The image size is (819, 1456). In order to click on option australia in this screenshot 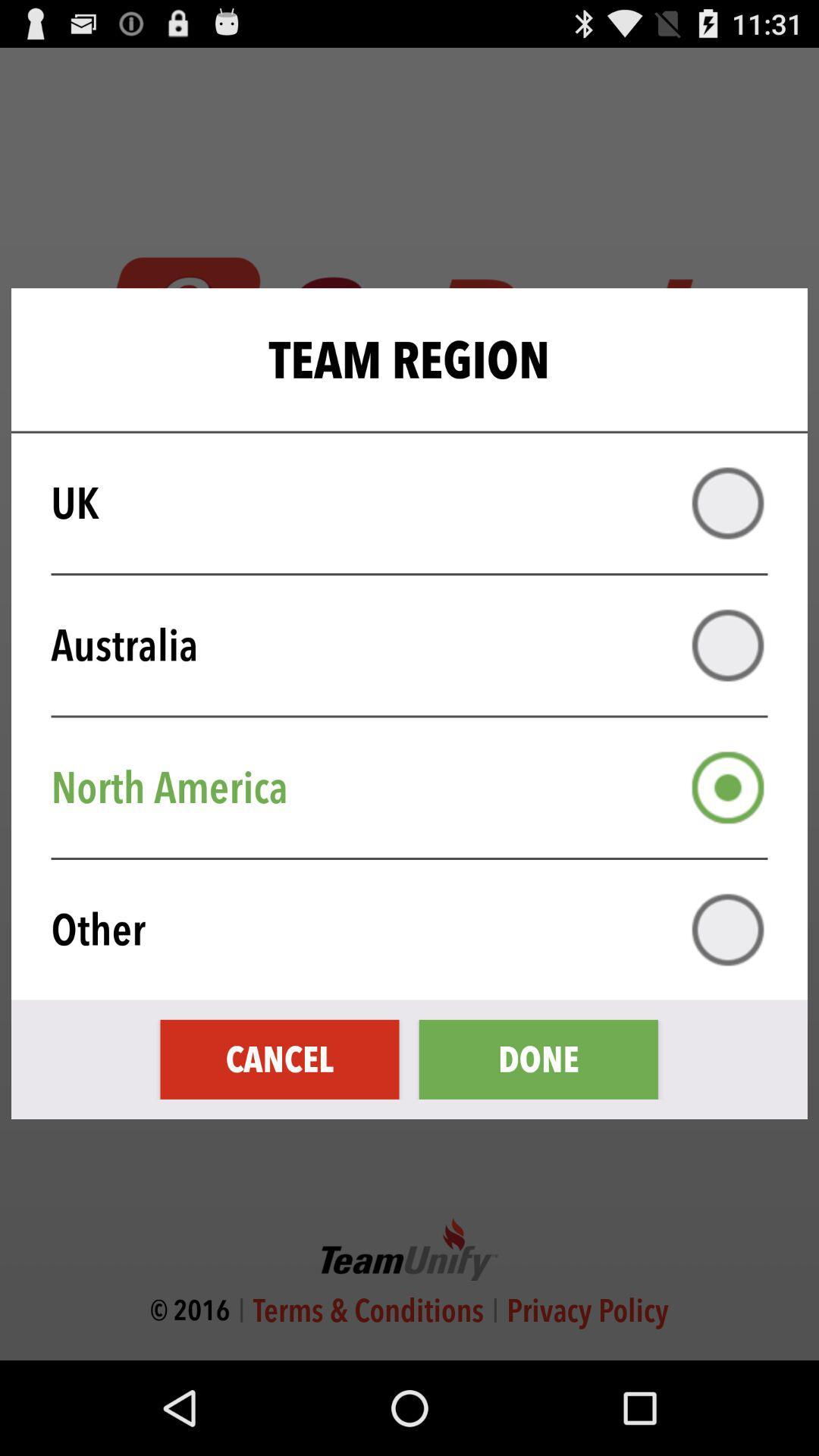, I will do `click(727, 645)`.